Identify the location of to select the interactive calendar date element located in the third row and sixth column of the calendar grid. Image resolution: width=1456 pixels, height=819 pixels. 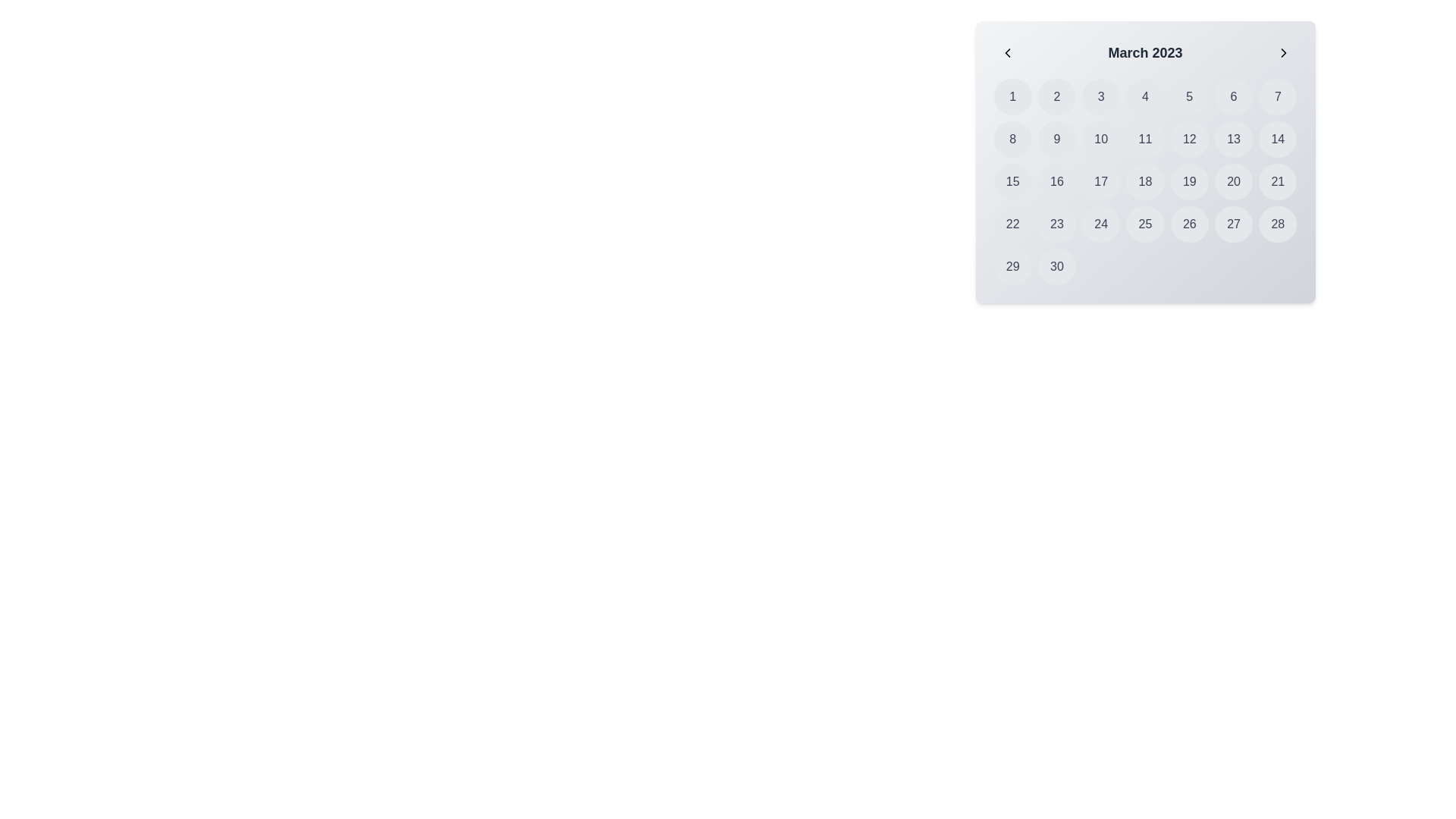
(1234, 180).